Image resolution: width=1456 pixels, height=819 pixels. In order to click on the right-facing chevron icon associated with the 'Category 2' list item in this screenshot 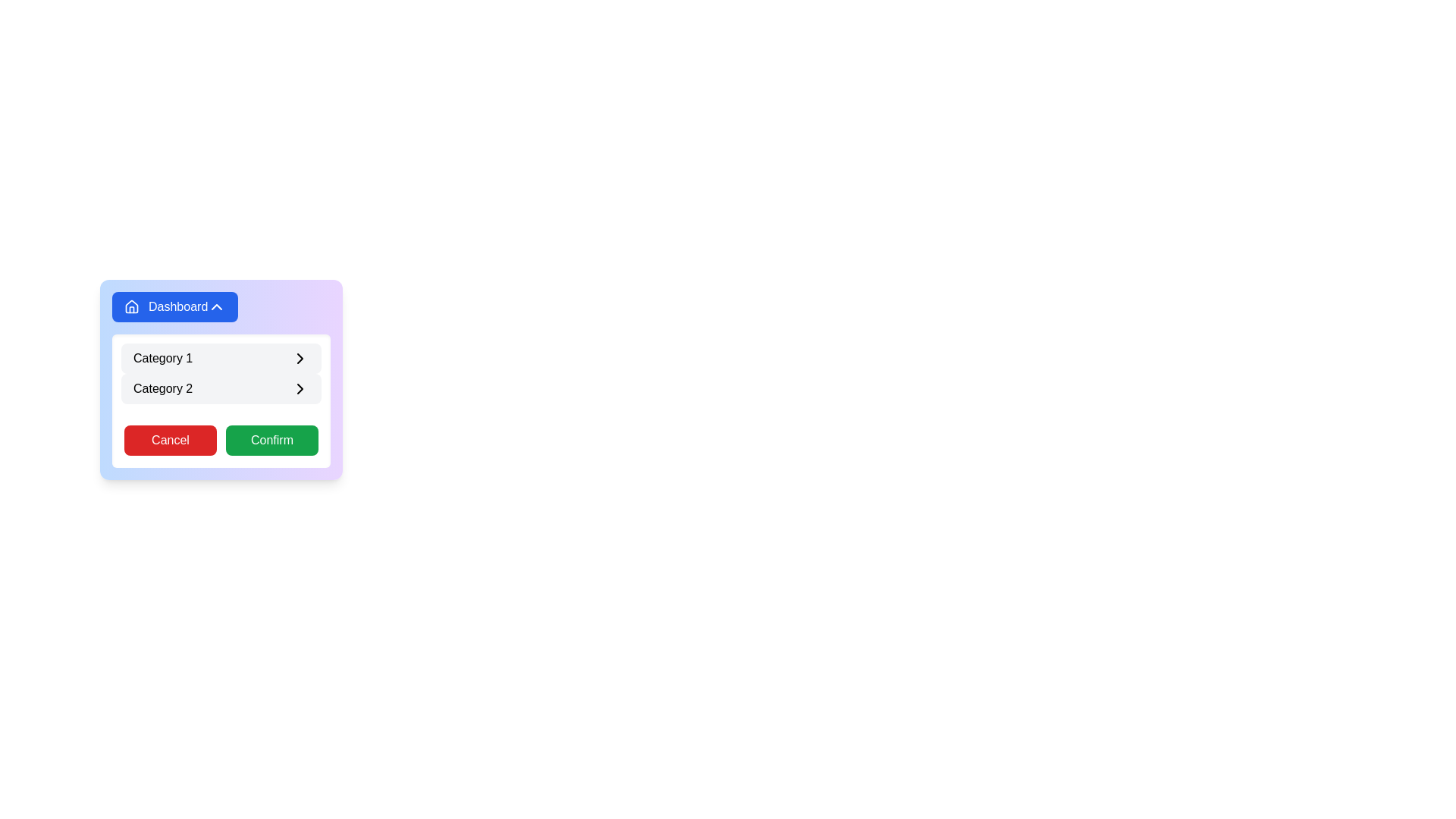, I will do `click(300, 388)`.